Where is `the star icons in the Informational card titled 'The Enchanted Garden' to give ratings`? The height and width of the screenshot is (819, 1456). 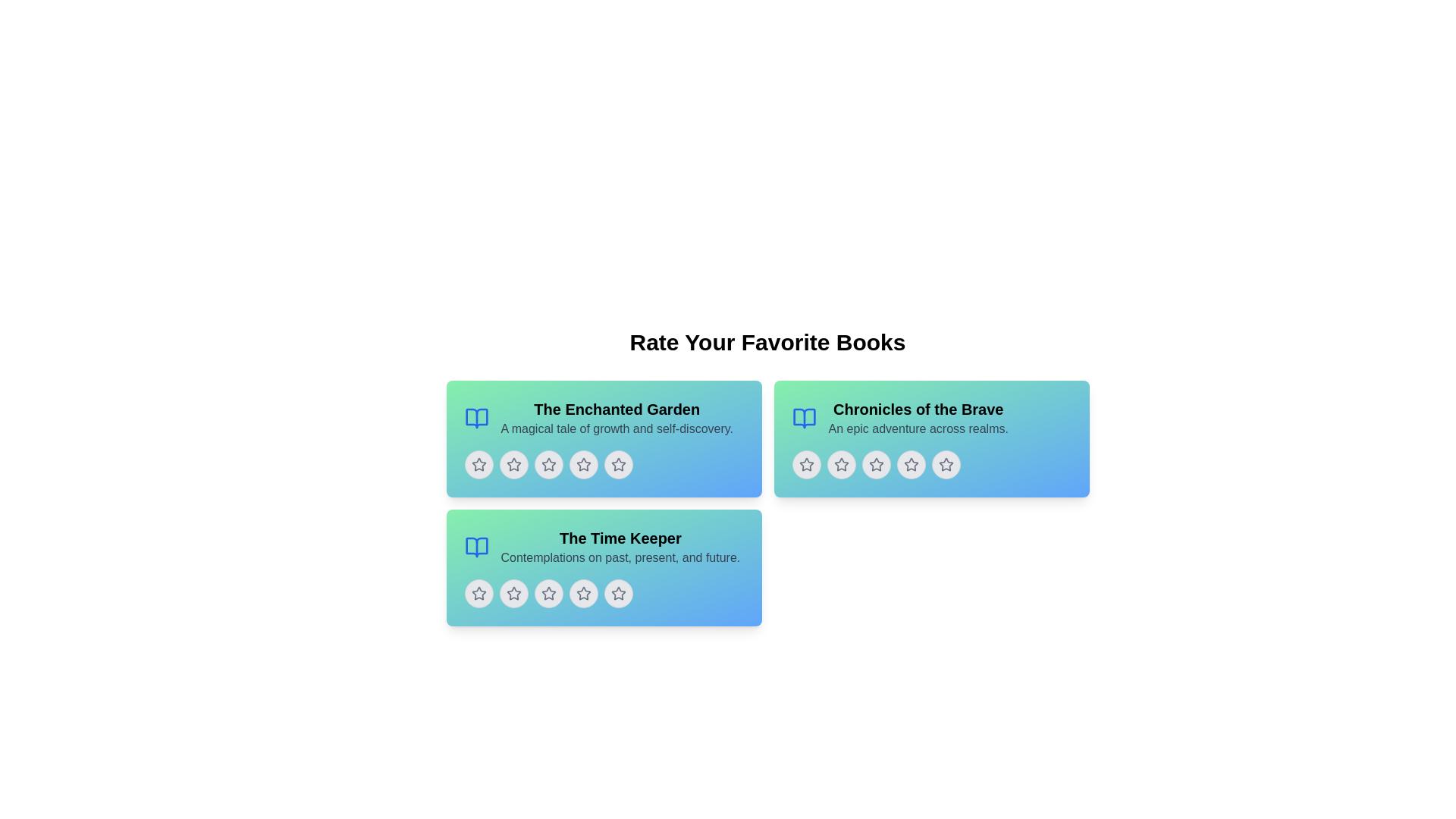 the star icons in the Informational card titled 'The Enchanted Garden' to give ratings is located at coordinates (603, 438).